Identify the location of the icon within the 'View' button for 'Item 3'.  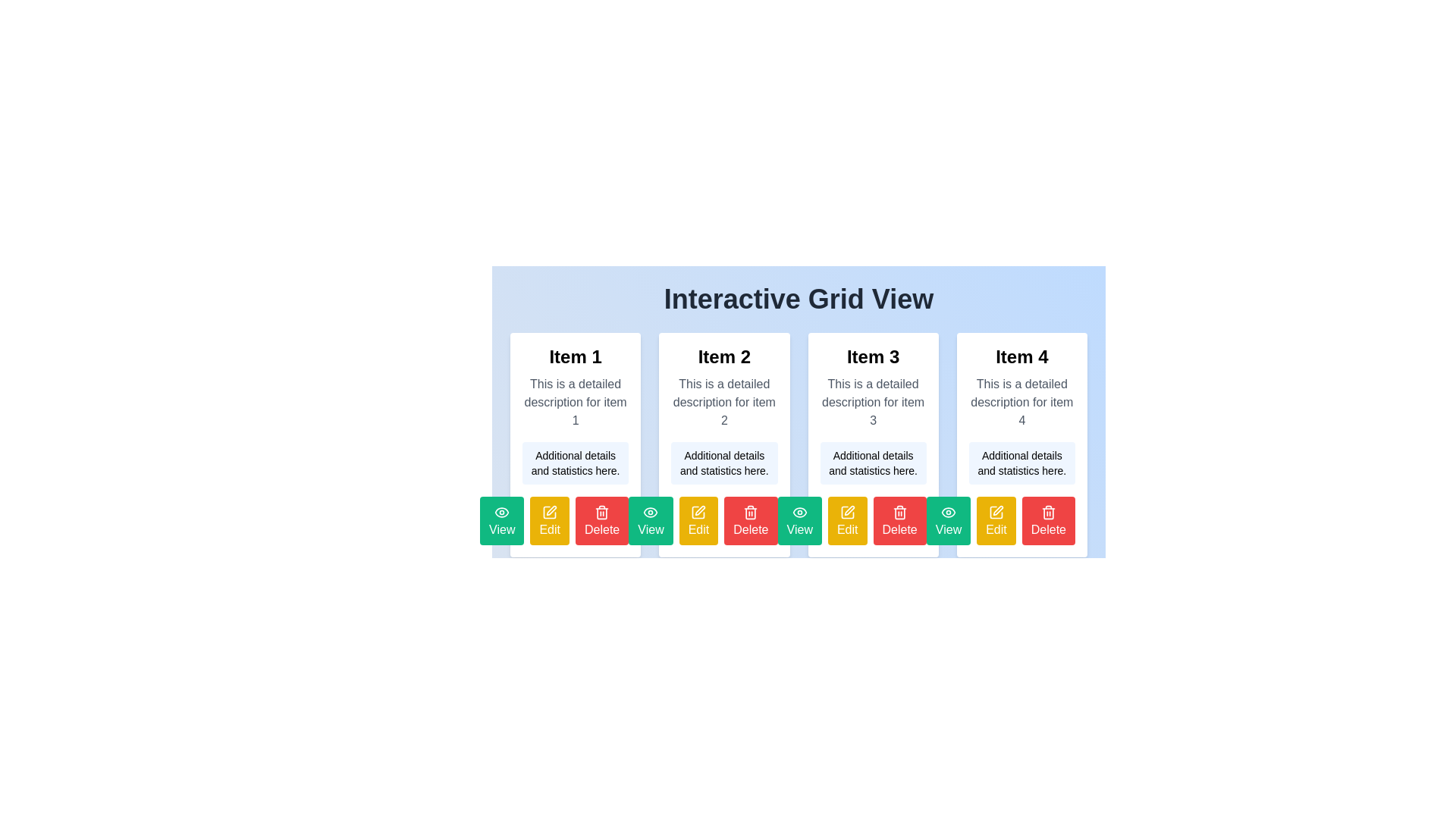
(948, 512).